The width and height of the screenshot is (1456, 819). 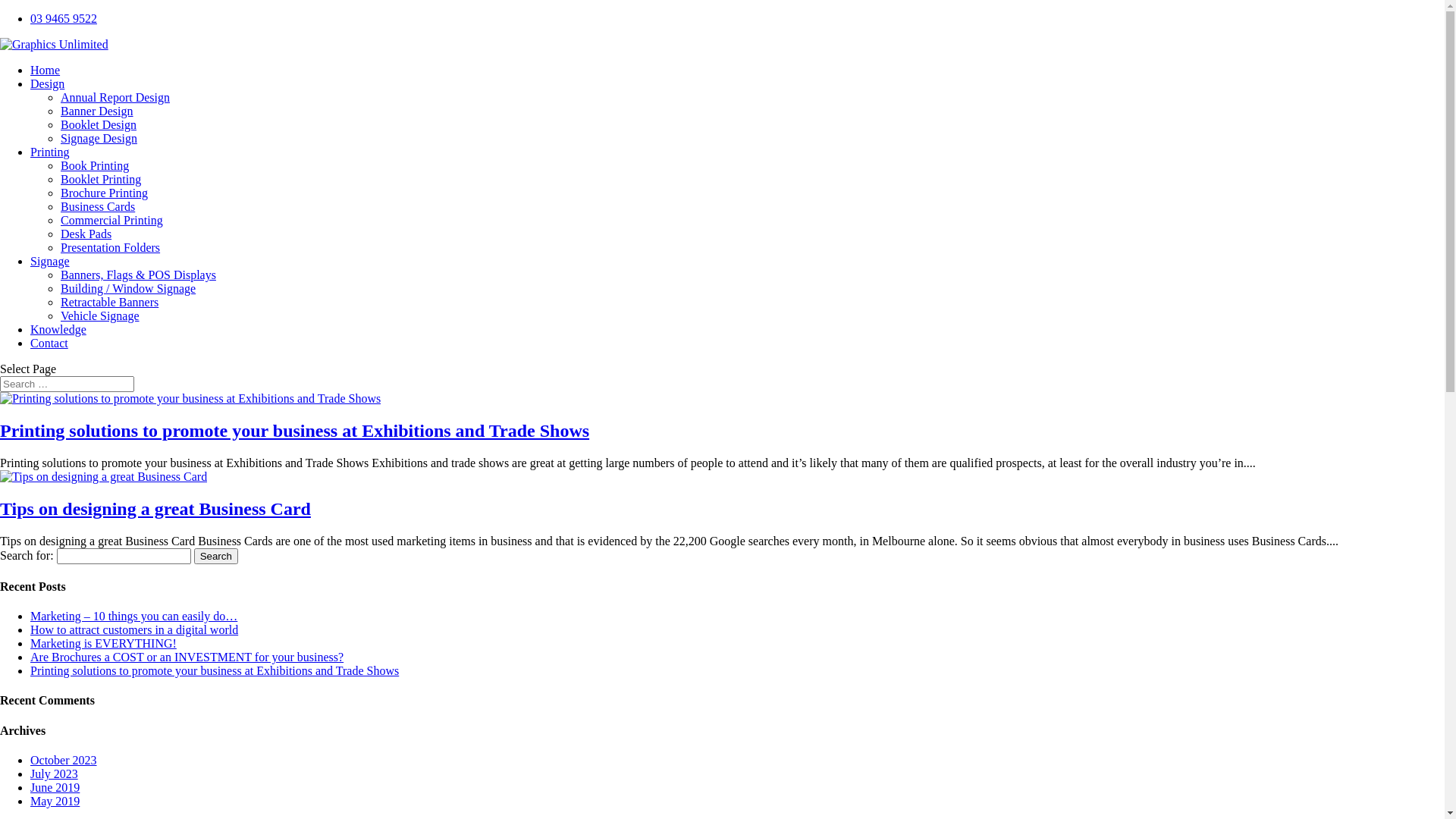 What do you see at coordinates (99, 315) in the screenshot?
I see `'Vehicle Signage'` at bounding box center [99, 315].